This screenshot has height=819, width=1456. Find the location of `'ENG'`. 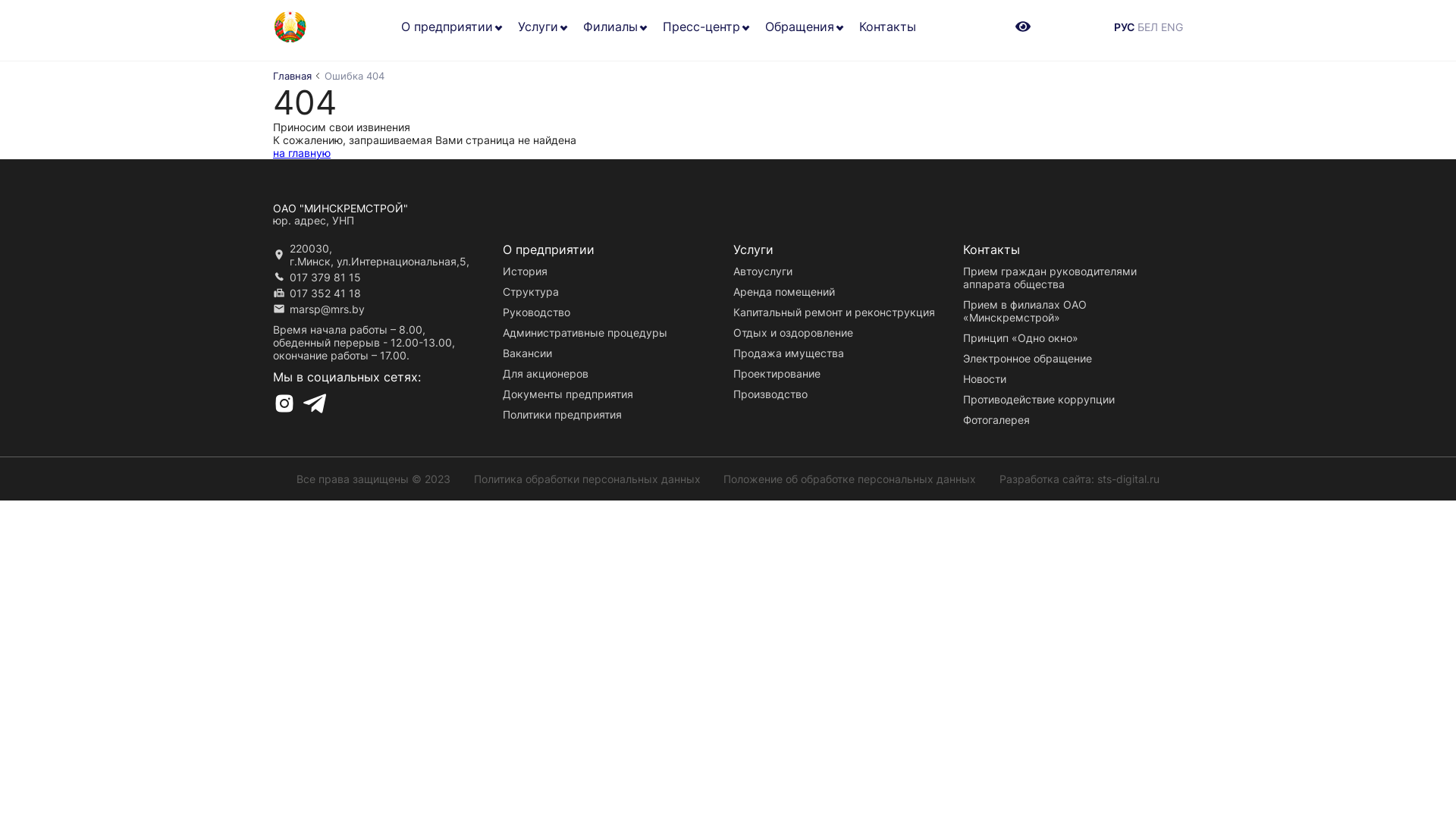

'ENG' is located at coordinates (1171, 26).